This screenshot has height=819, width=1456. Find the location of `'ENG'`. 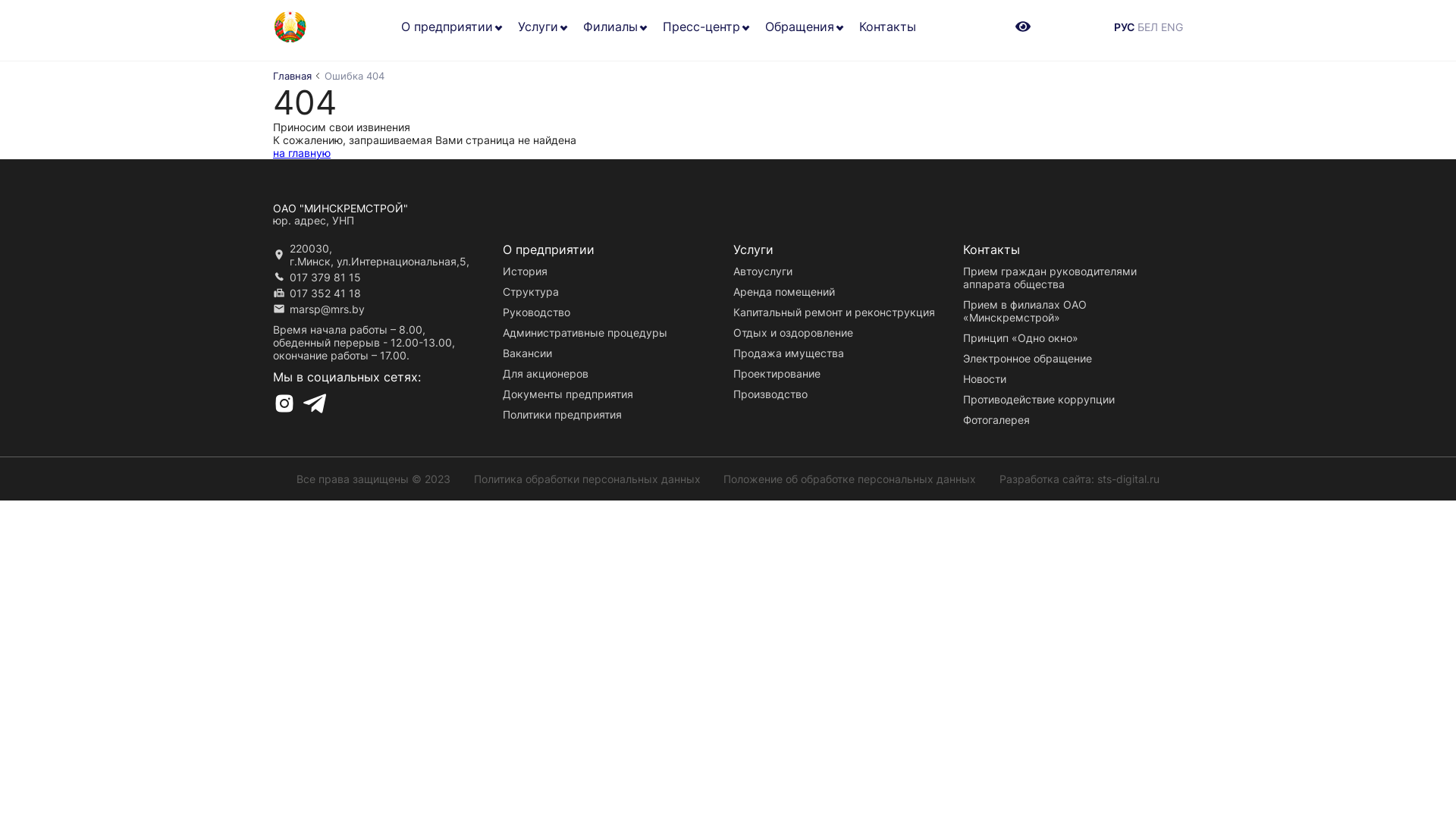

'ENG' is located at coordinates (1171, 26).